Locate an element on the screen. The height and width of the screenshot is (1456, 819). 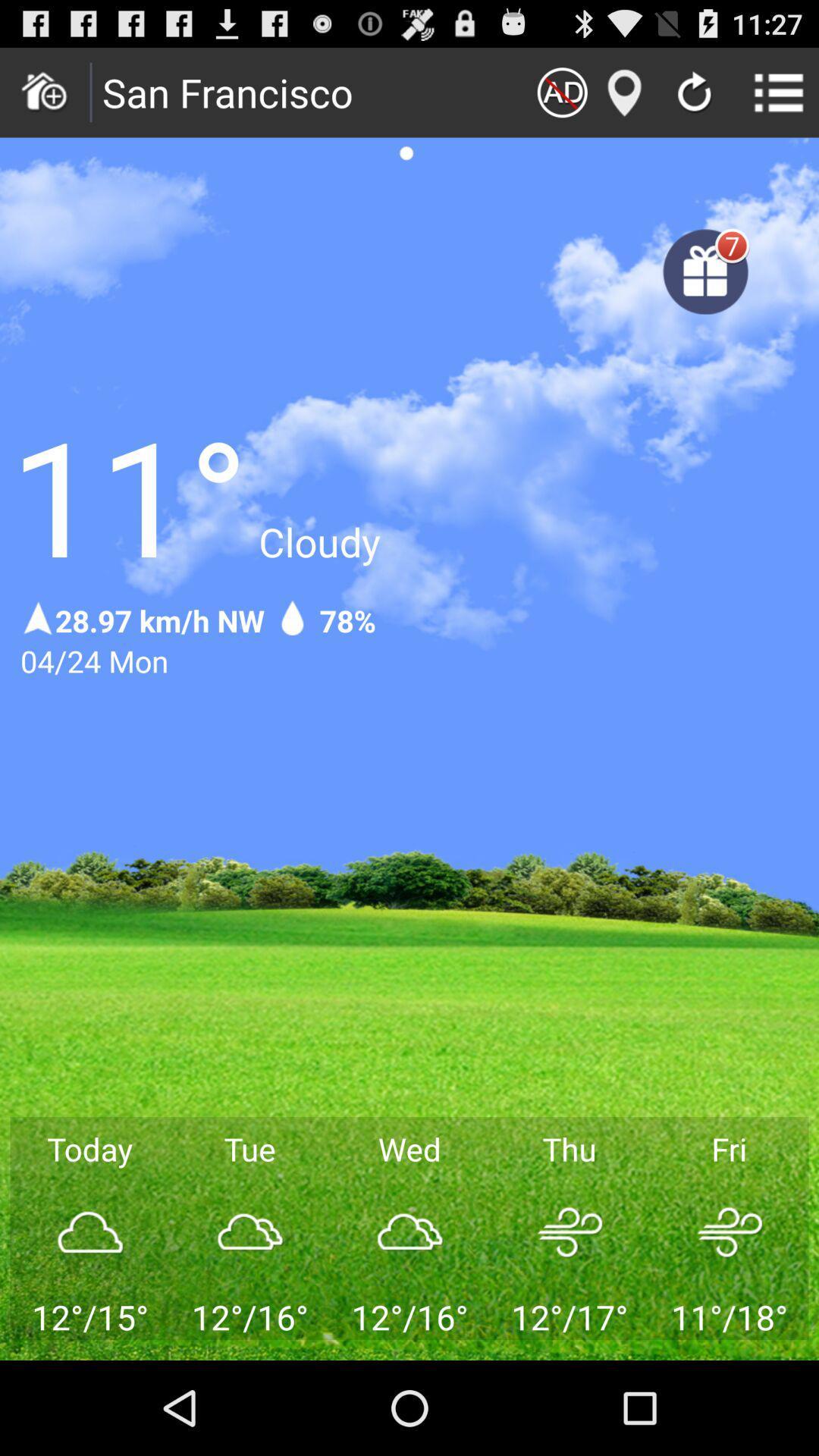
the font icon is located at coordinates (562, 98).